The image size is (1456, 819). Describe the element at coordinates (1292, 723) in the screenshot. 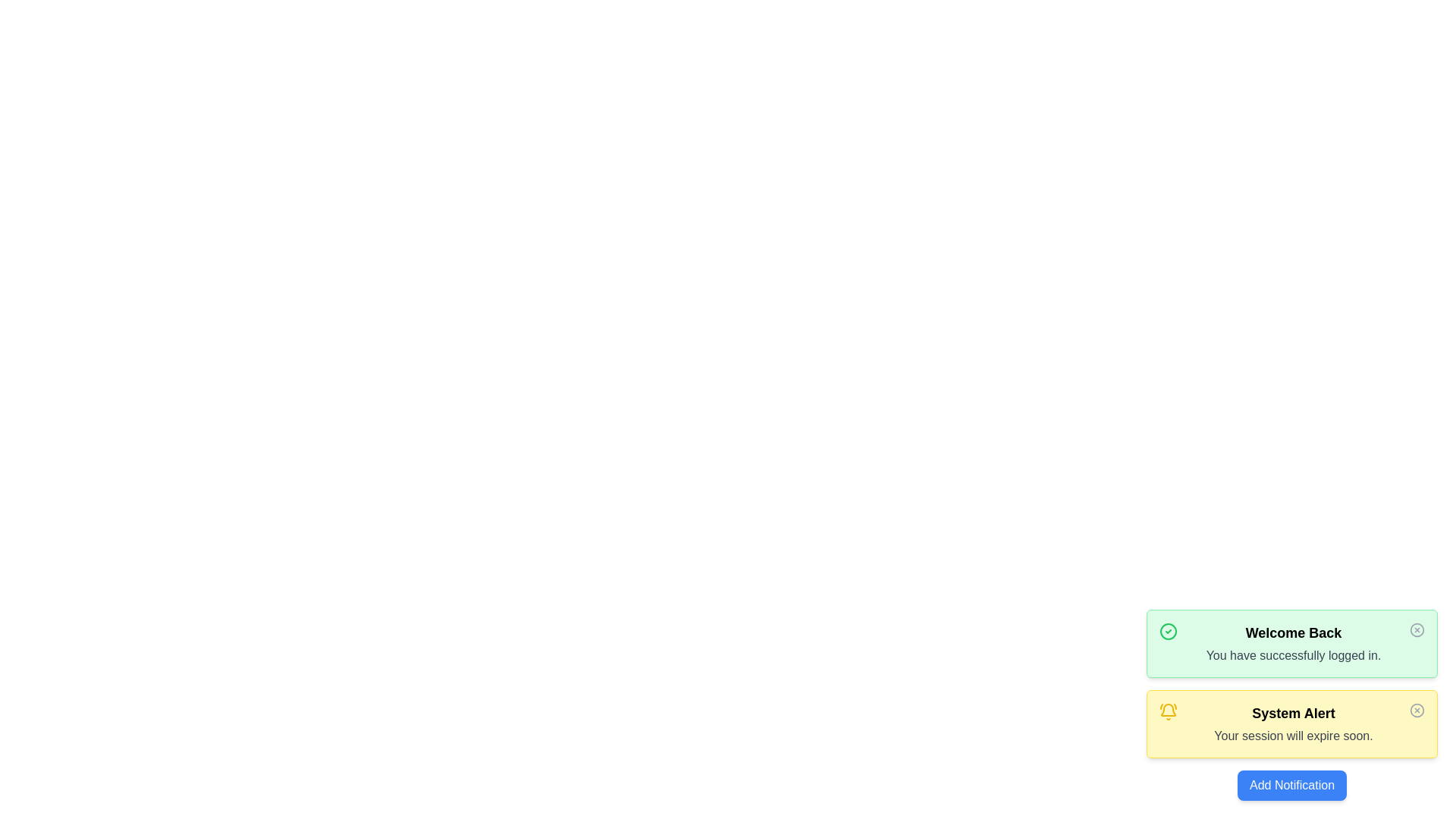

I see `message from the textual label component that notifies users of a current system alert concerning session expiry, located within a yellow background notification box below the 'Welcome Back' message` at that location.